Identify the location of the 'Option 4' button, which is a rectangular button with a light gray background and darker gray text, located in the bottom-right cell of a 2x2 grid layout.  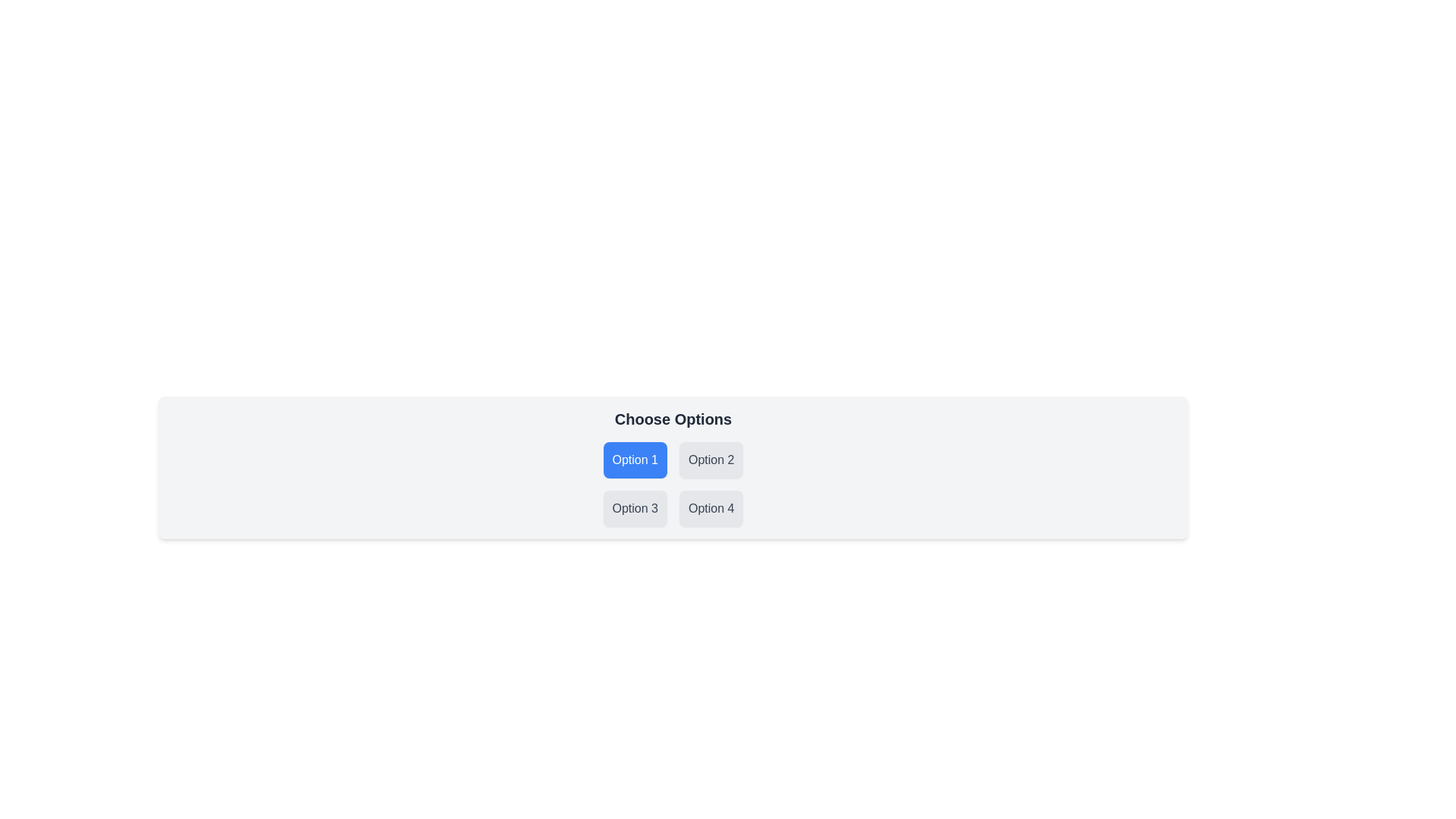
(711, 509).